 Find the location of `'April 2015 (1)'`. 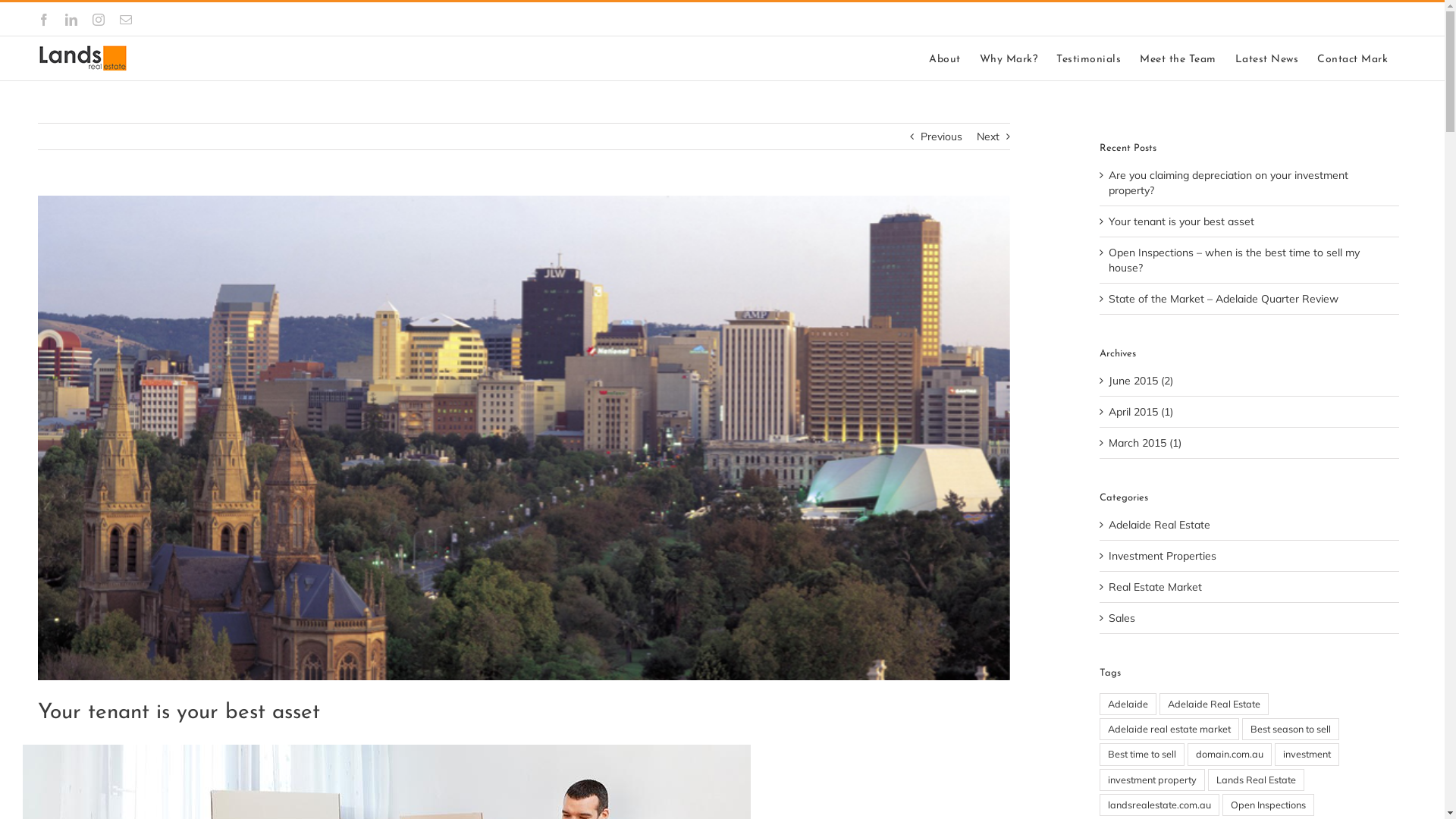

'April 2015 (1)' is located at coordinates (1141, 412).